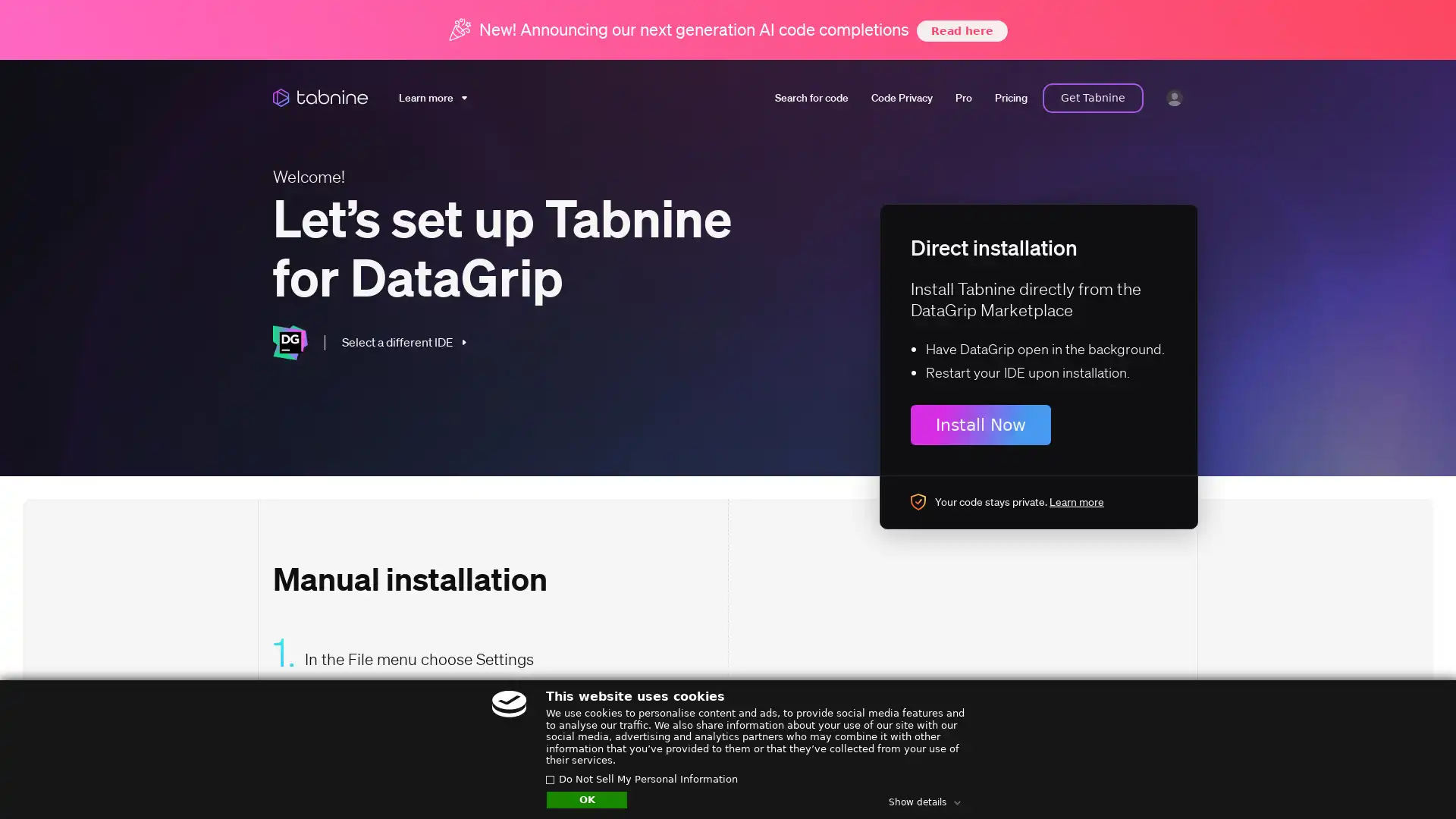 This screenshot has height=819, width=1456. Describe the element at coordinates (1376, 761) in the screenshot. I see `Dismiss Message` at that location.